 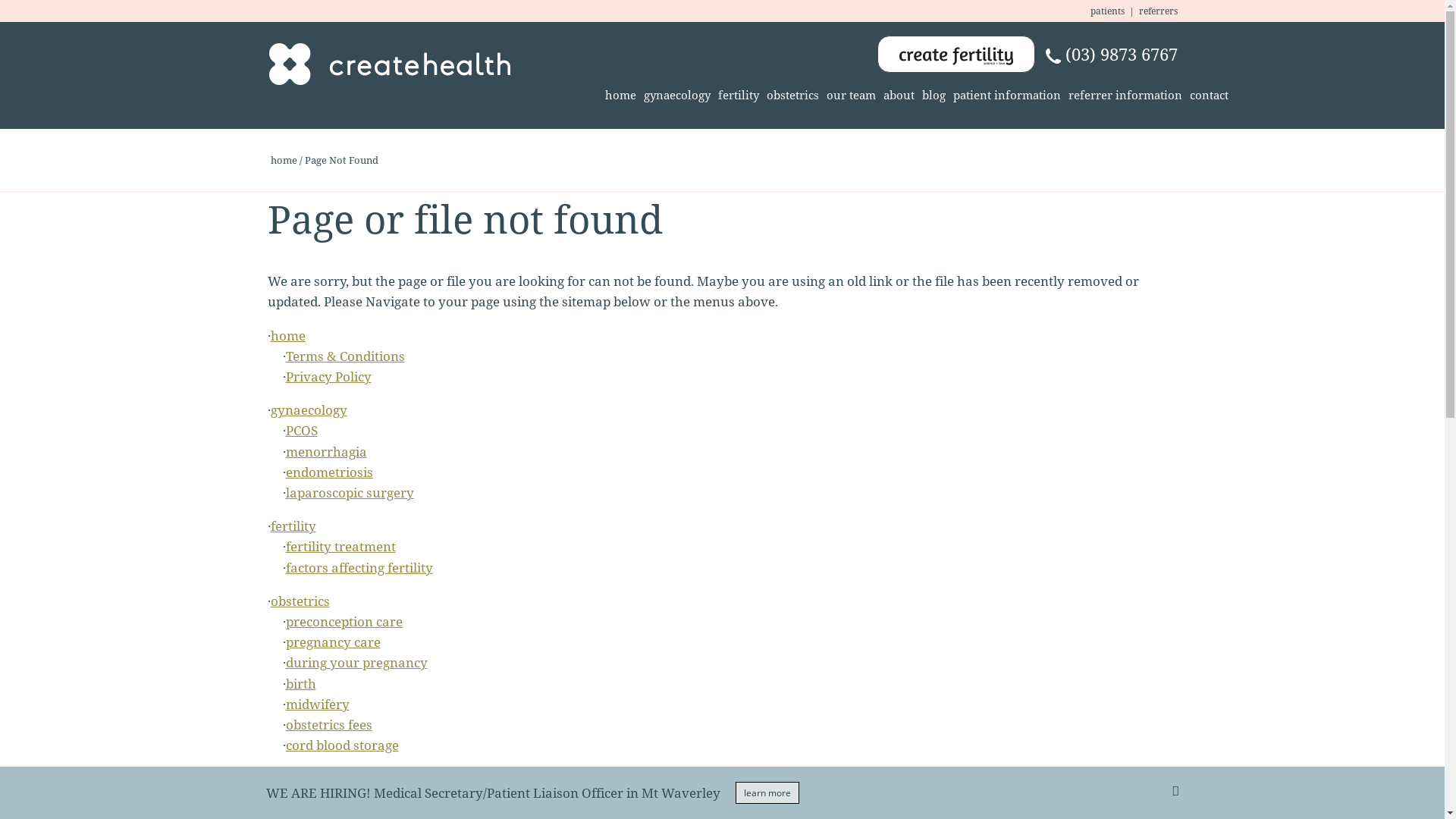 What do you see at coordinates (325, 799) in the screenshot?
I see `'Dr Mei Cheah'` at bounding box center [325, 799].